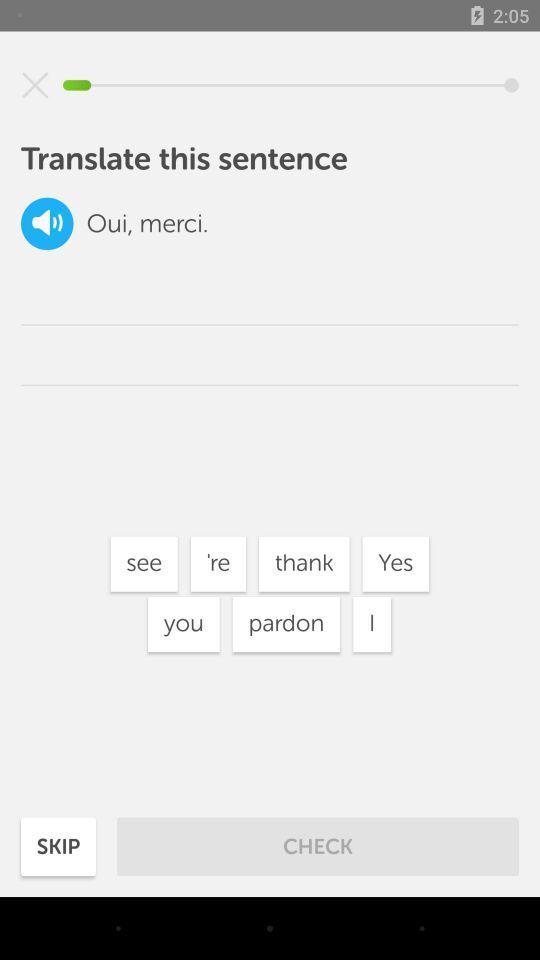 This screenshot has height=960, width=540. Describe the element at coordinates (47, 223) in the screenshot. I see `item next to the oui, item` at that location.